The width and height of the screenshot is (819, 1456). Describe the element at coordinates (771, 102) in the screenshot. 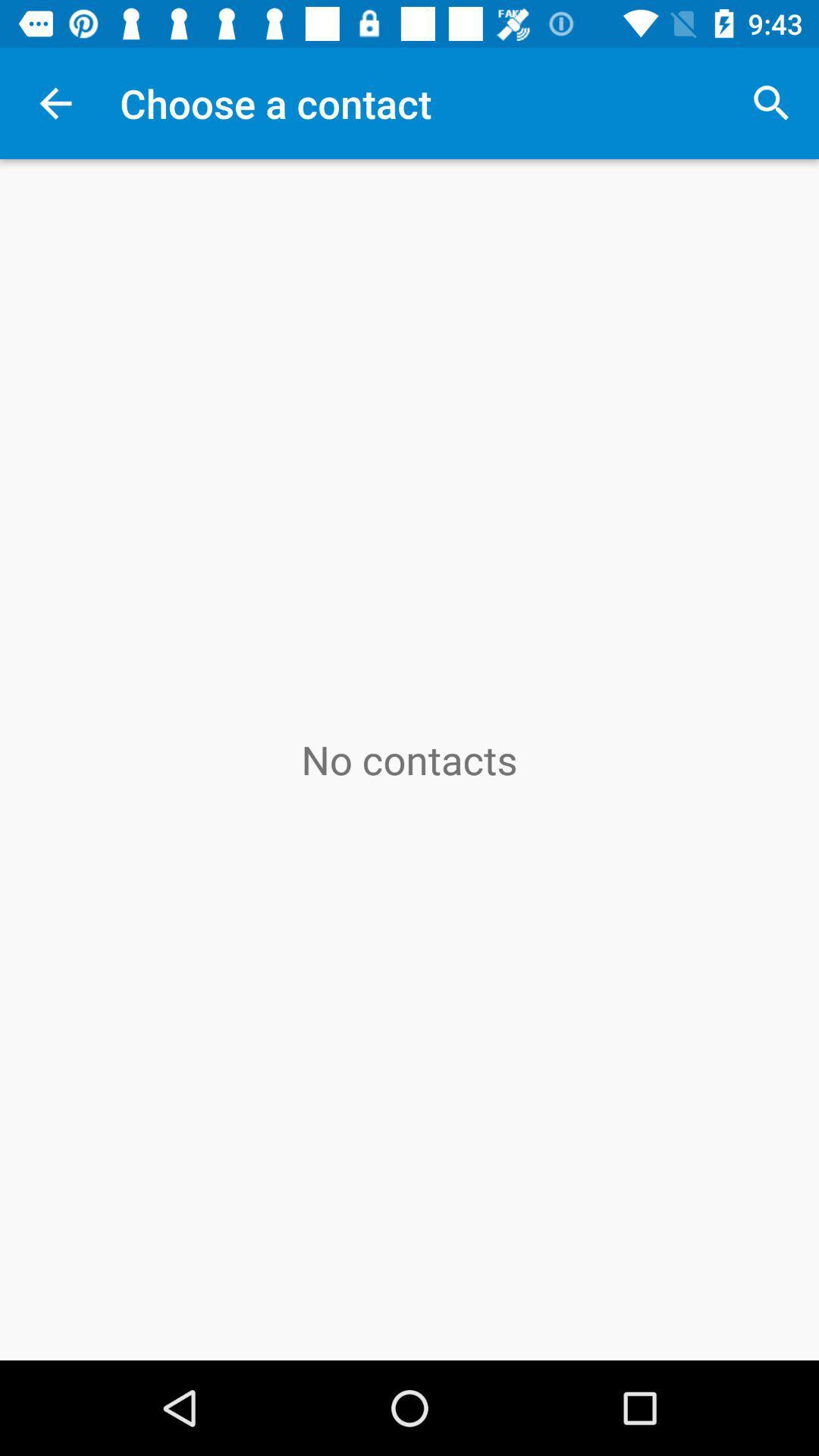

I see `item next to the choose a contact icon` at that location.